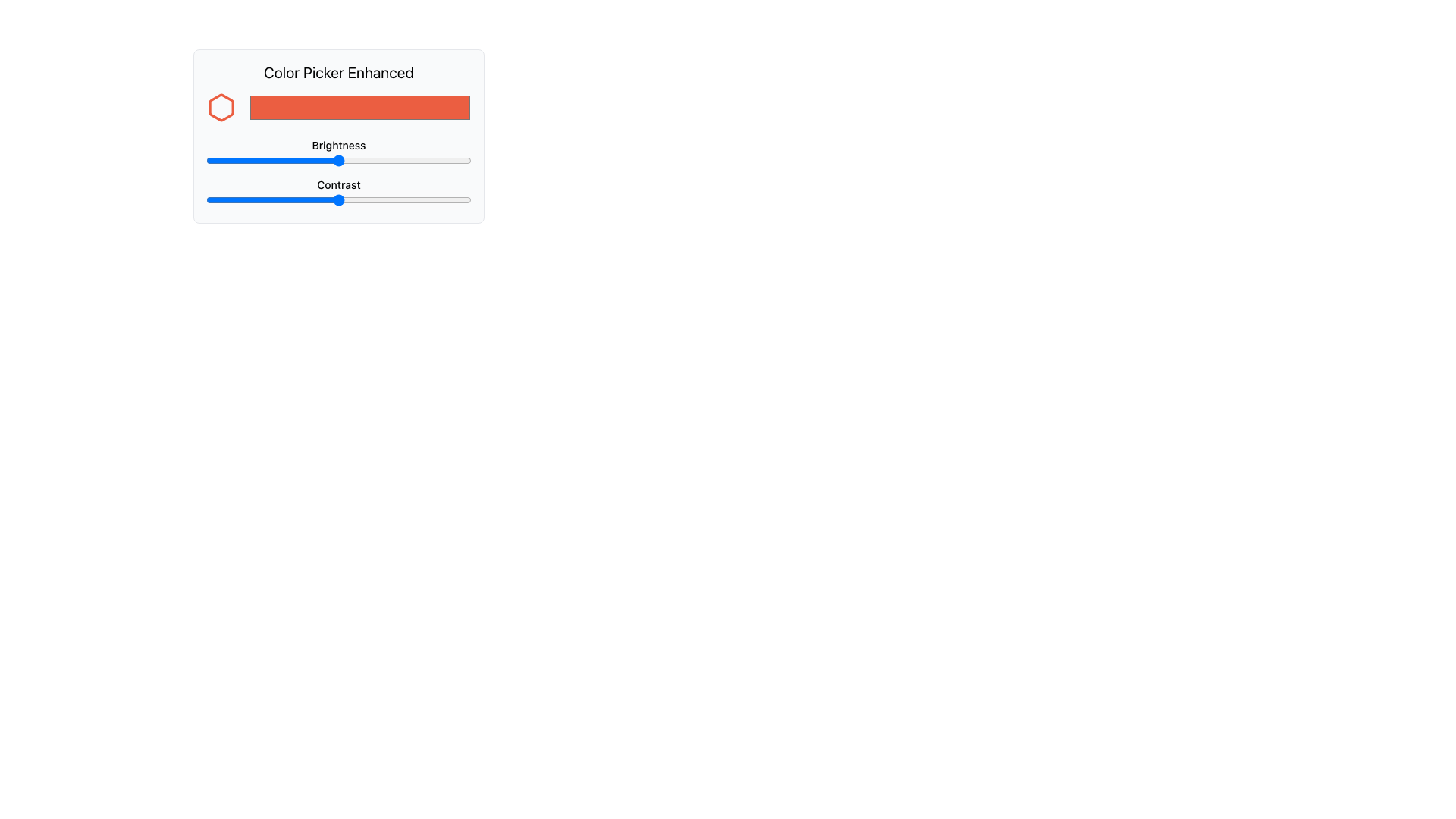 The height and width of the screenshot is (819, 1456). What do you see at coordinates (444, 161) in the screenshot?
I see `brightness` at bounding box center [444, 161].